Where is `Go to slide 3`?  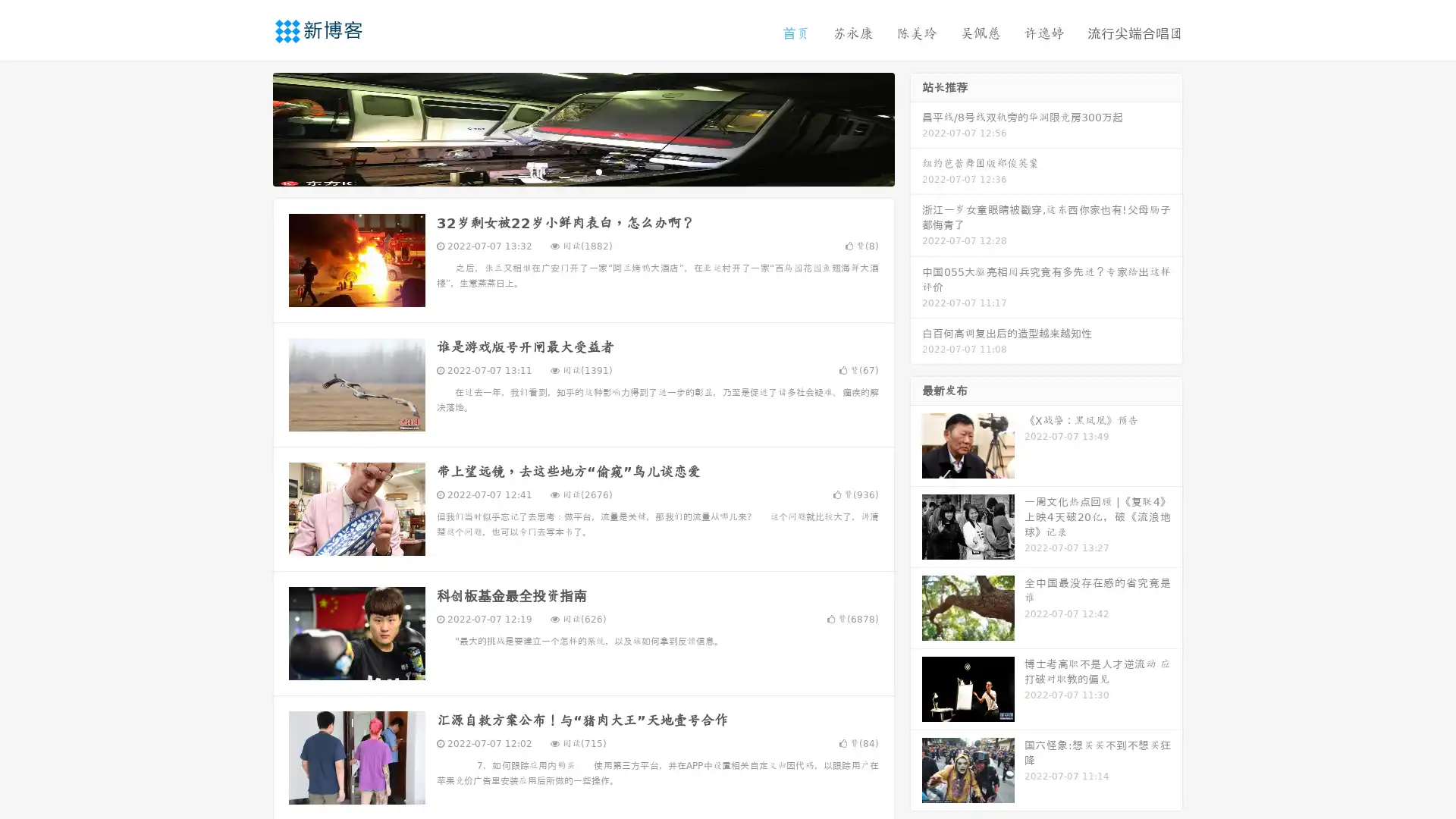 Go to slide 3 is located at coordinates (598, 171).